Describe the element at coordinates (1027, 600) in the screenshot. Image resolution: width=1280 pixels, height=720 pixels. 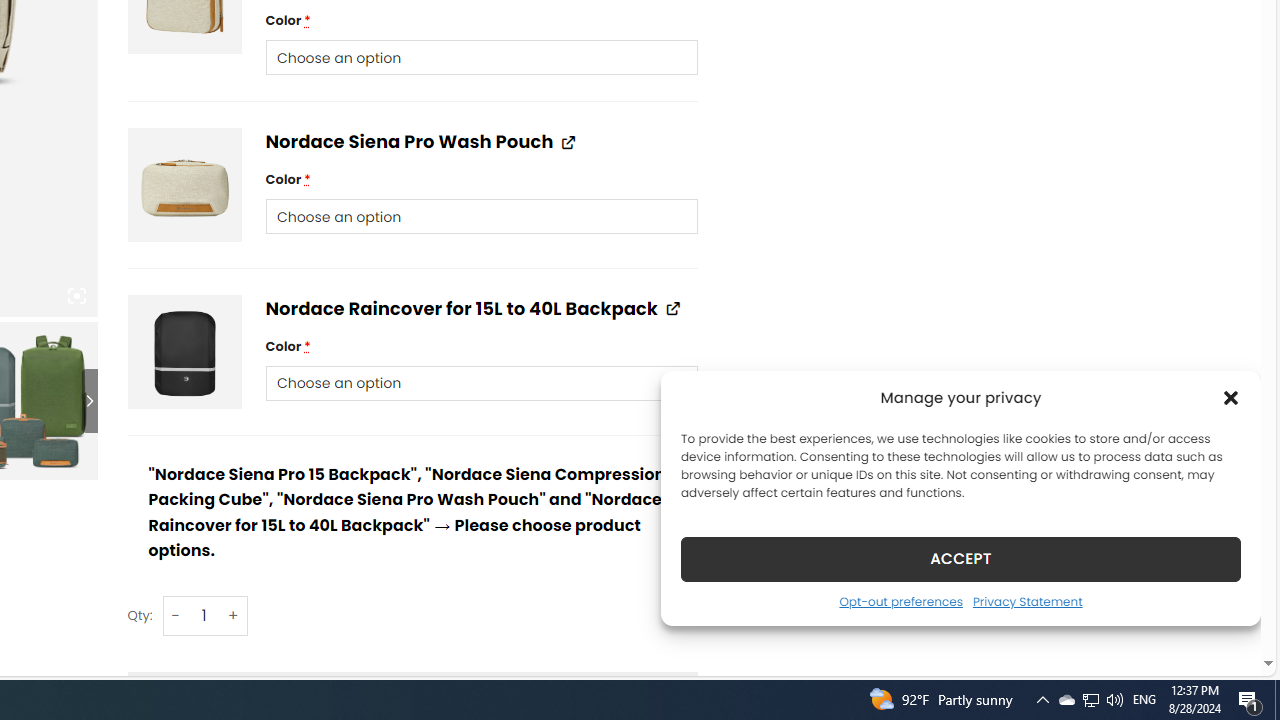
I see `'Privacy Statement'` at that location.